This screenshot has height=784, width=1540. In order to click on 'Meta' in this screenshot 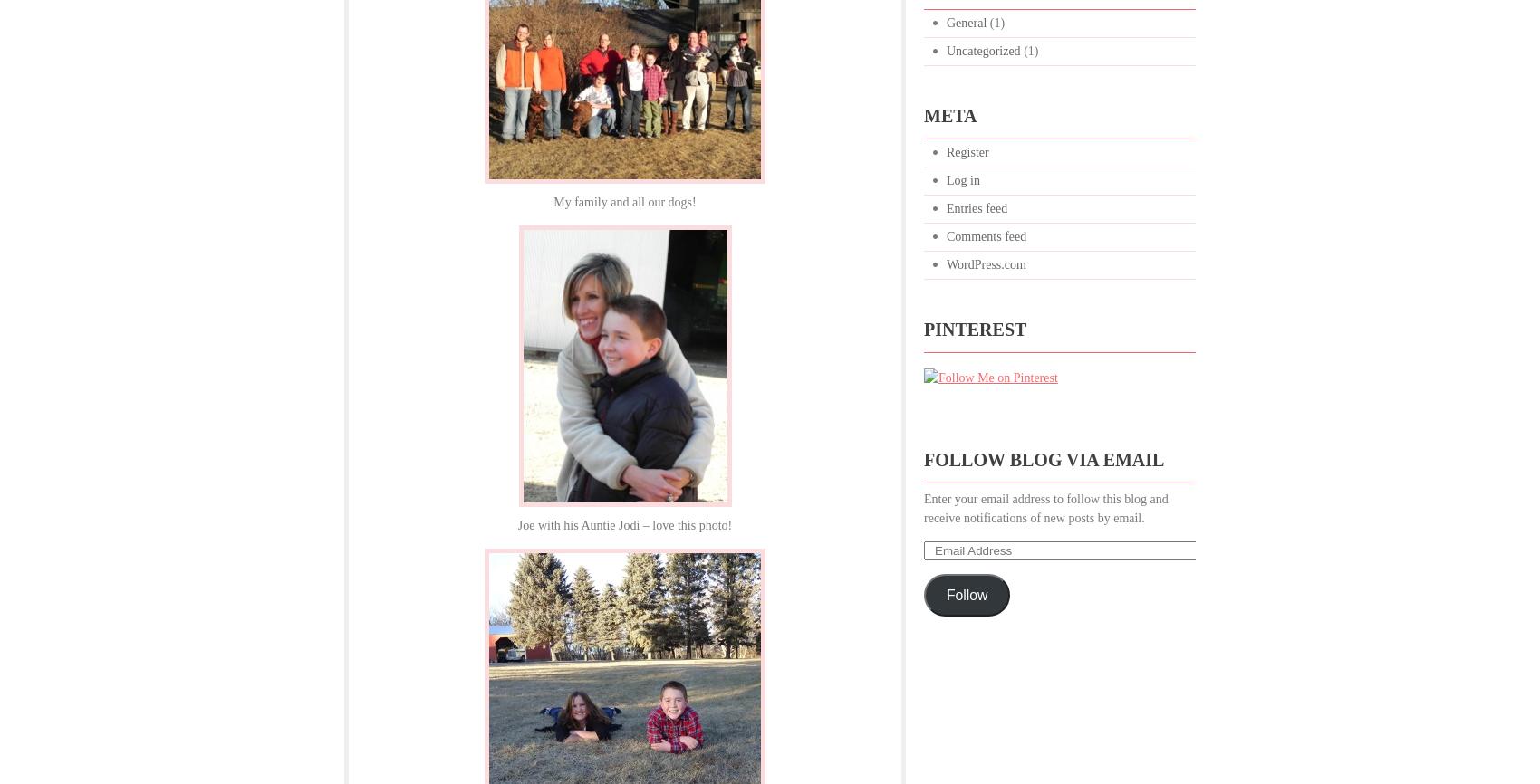, I will do `click(949, 115)`.